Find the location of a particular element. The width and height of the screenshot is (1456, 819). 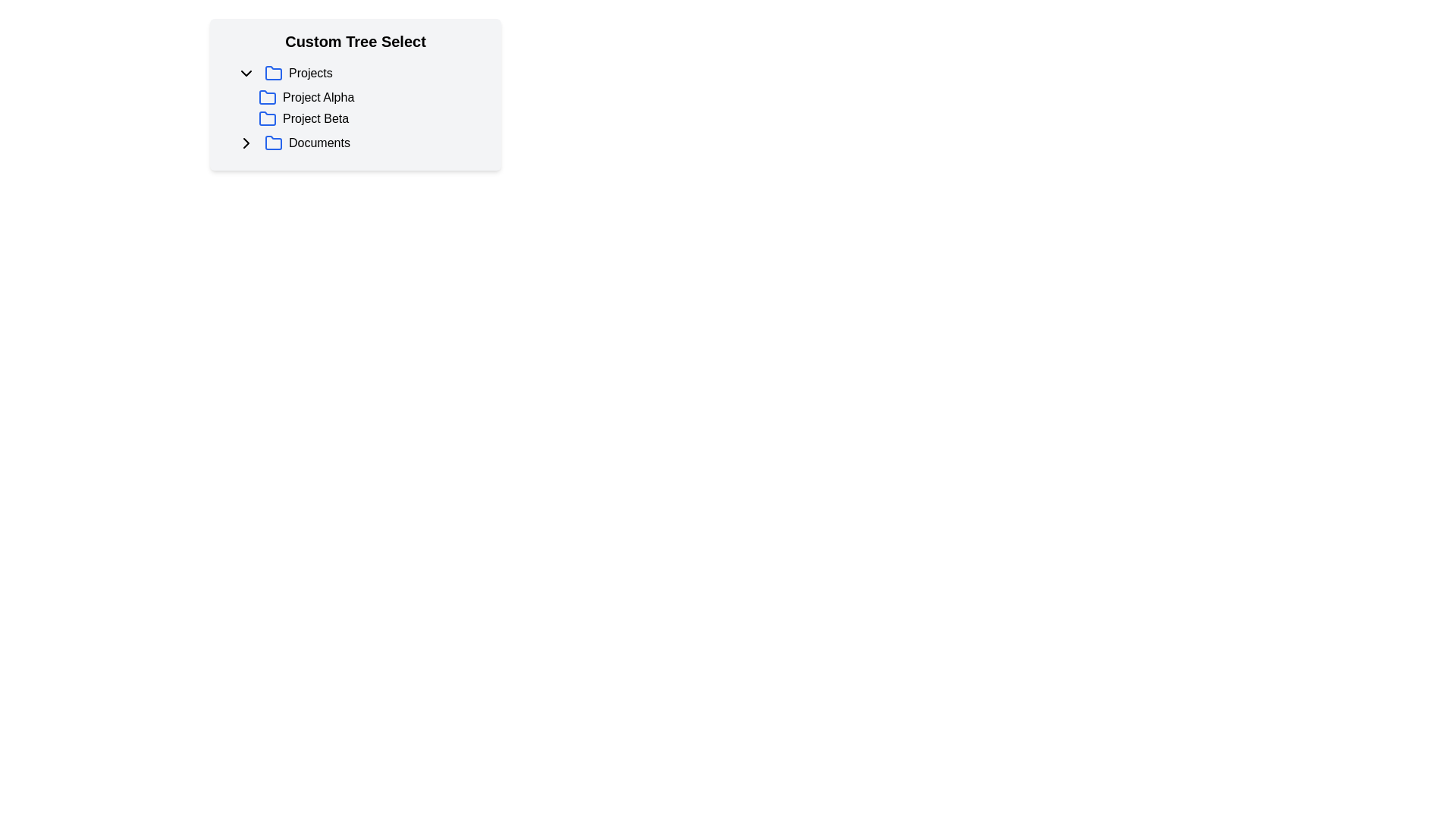

the dropdown toggle button located at the top-left corner of the interface under the 'Projects' category is located at coordinates (246, 73).